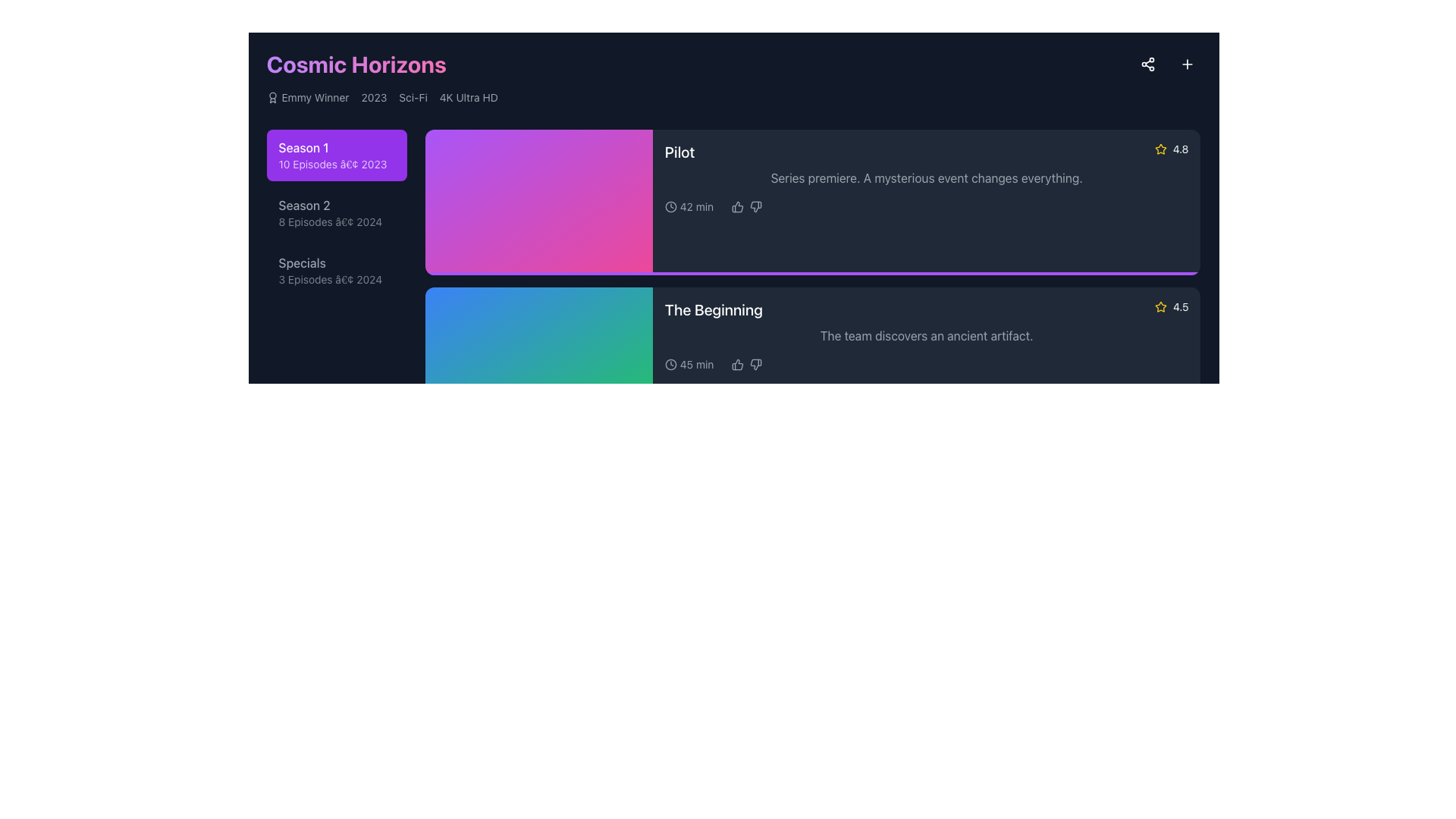 This screenshot has width=1456, height=819. What do you see at coordinates (307, 97) in the screenshot?
I see `the 'Emmy Winner' label with the award icon, which is the first item in the horizontal list of show details below the 'Cosmic Horizons' header` at bounding box center [307, 97].